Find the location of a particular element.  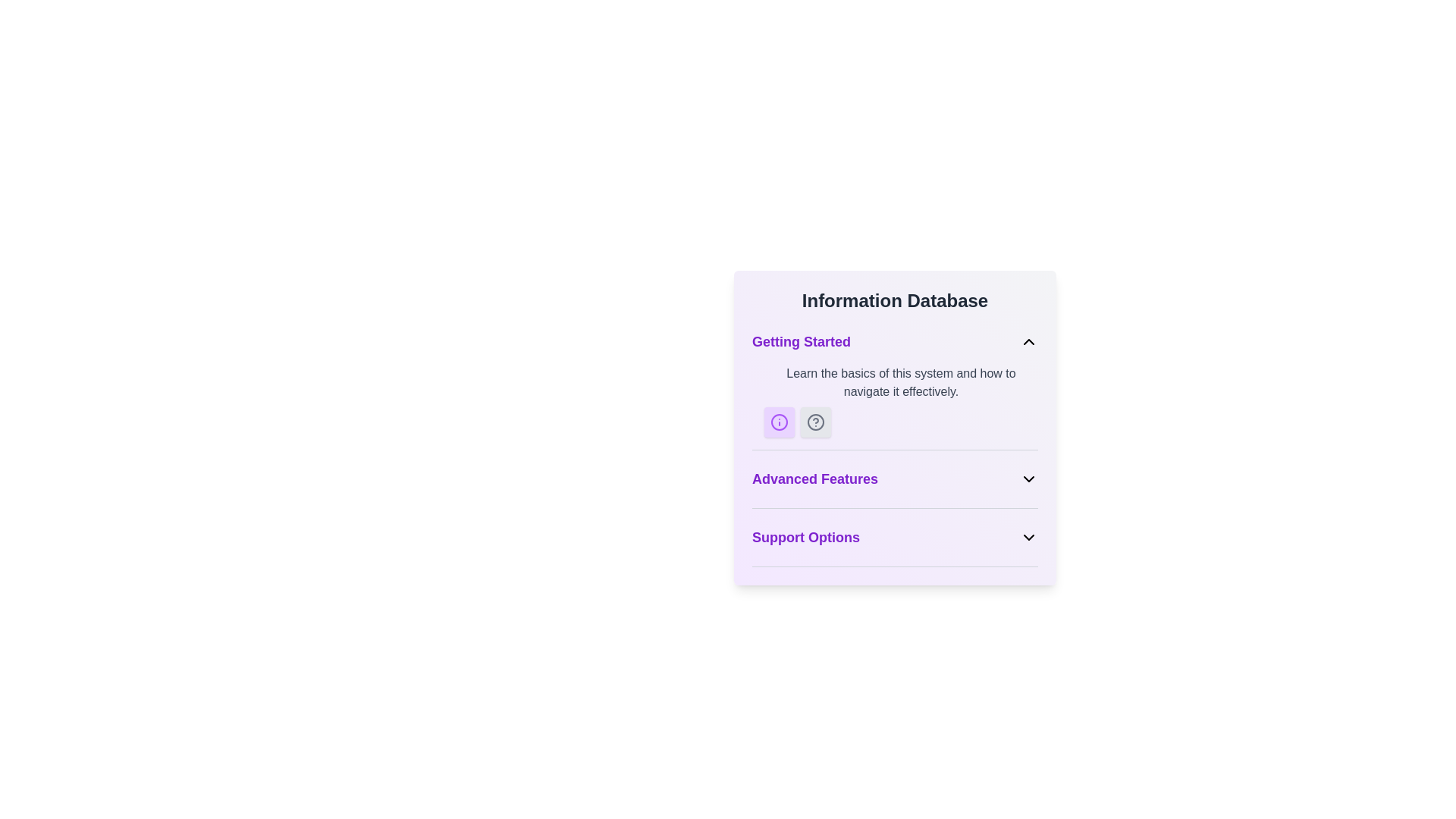

the text label displaying 'Support Options', which is styled in bold purple font and located below the 'Advanced Features' header is located at coordinates (805, 537).